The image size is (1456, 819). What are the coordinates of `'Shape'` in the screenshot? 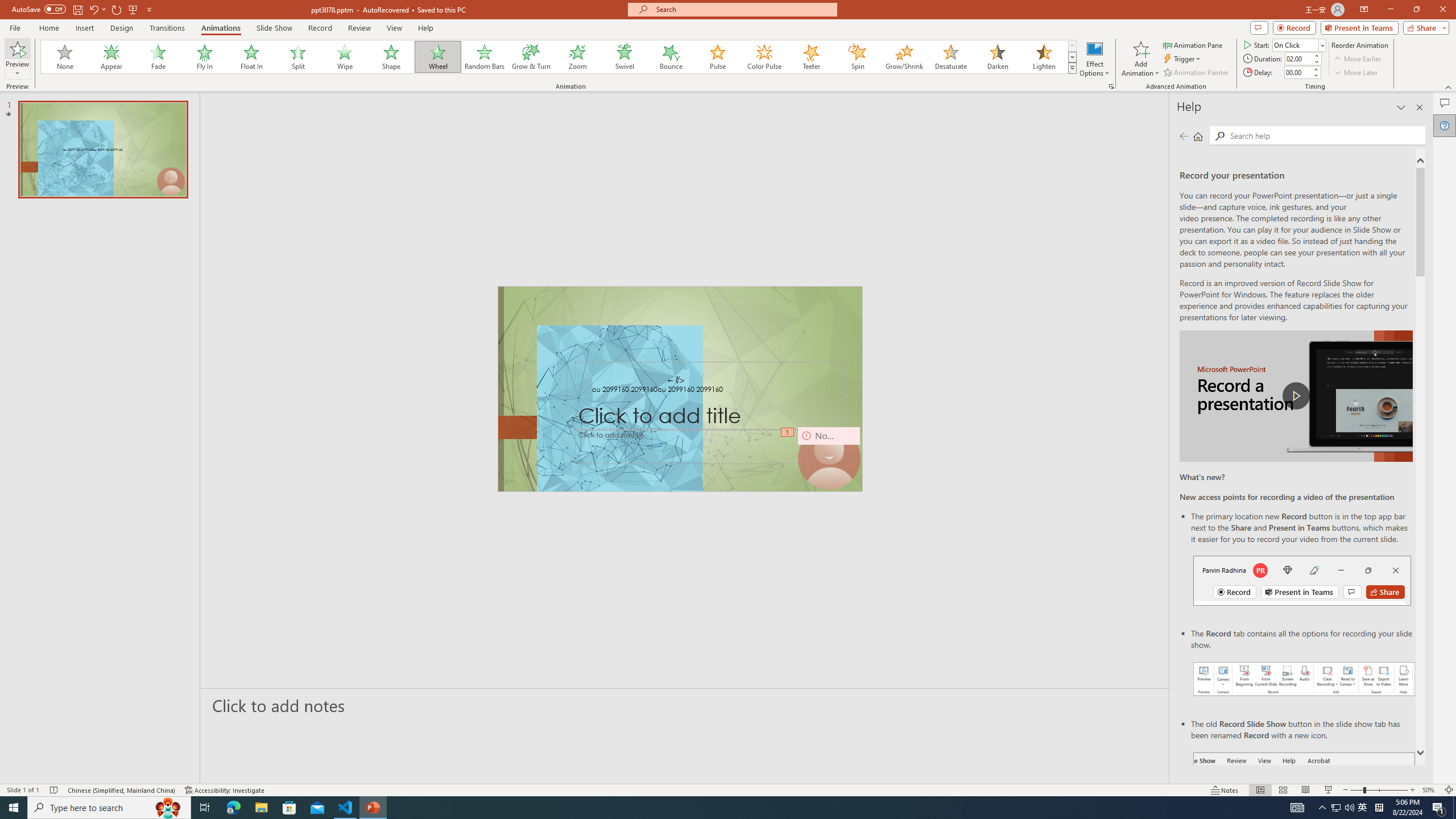 It's located at (391, 56).